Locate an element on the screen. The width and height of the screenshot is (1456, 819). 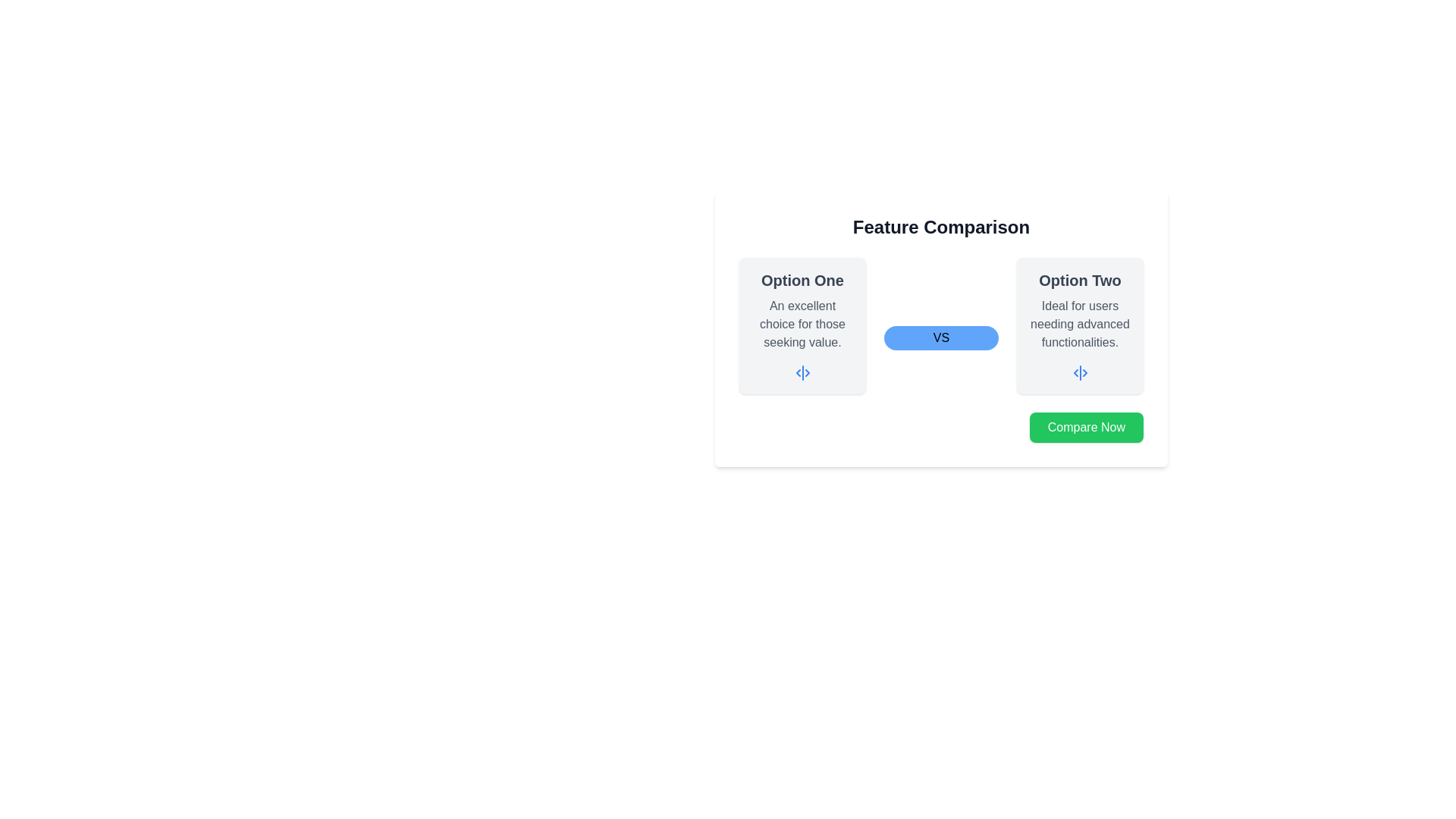
the 'Compare Now' button with a vibrant green background and rounded corners to initiate the comparison is located at coordinates (1085, 427).